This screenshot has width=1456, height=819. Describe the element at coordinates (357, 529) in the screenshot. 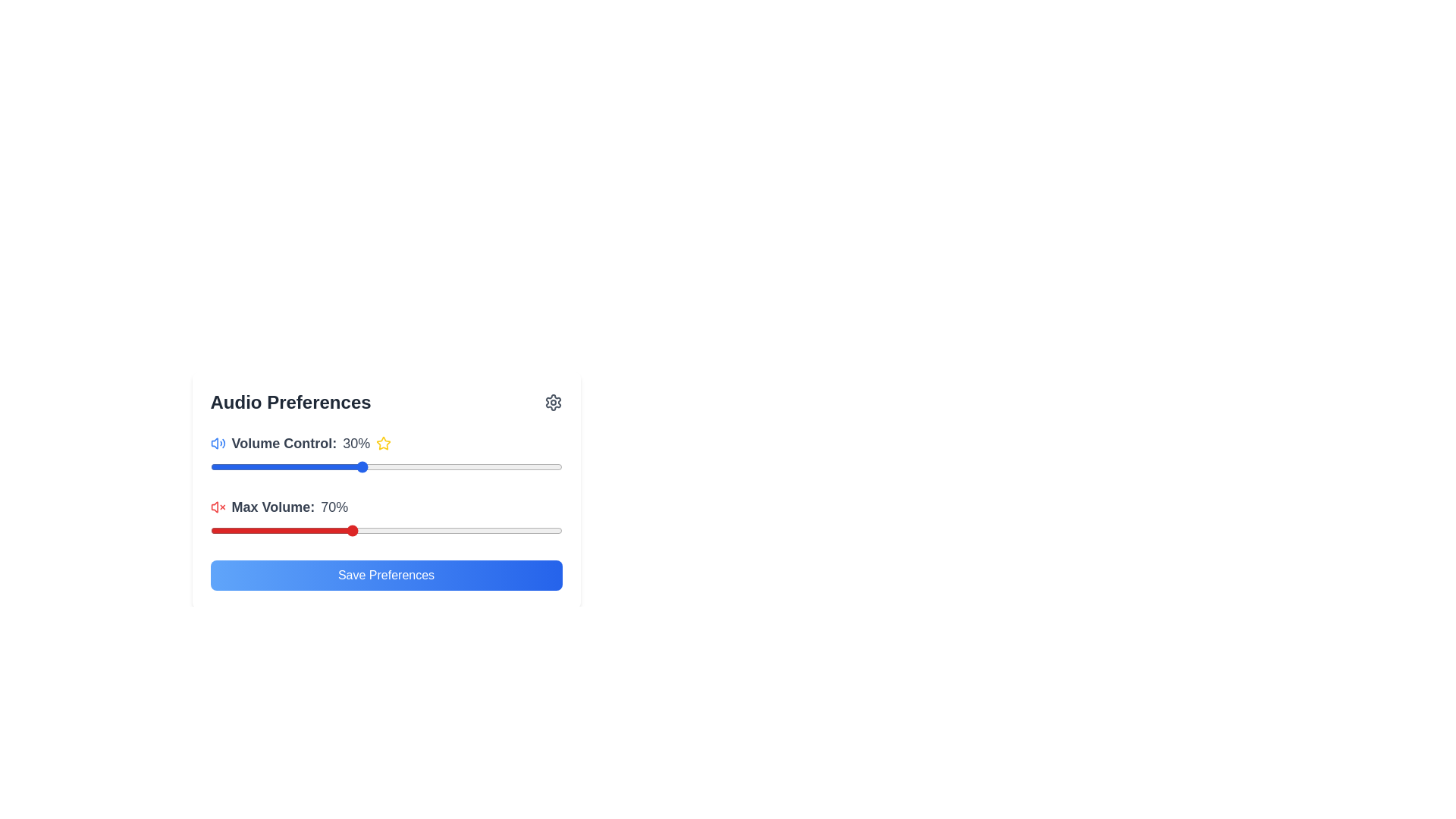

I see `the max volume` at that location.